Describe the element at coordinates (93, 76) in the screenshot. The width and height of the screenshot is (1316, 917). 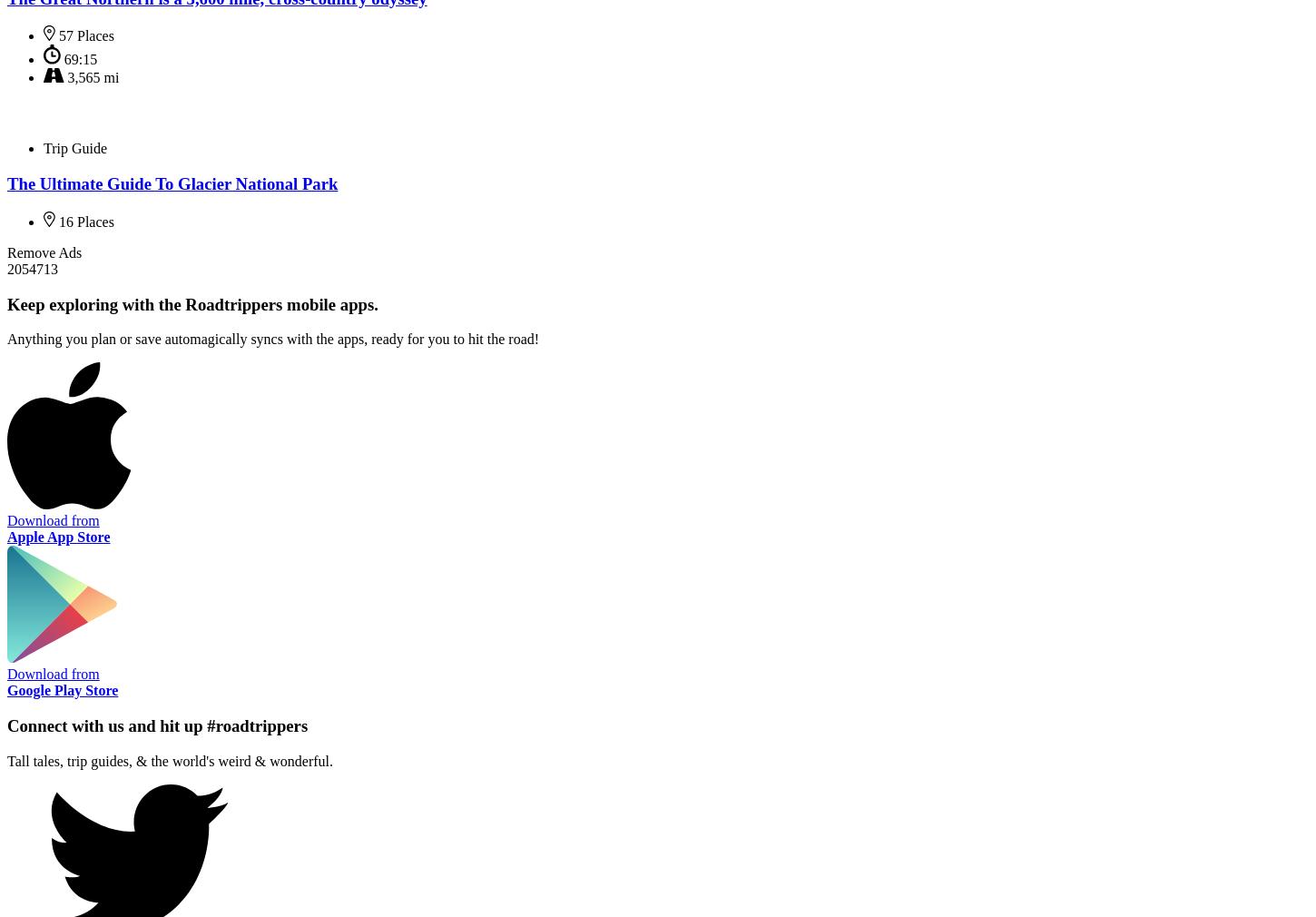
I see `'3,565 mi'` at that location.